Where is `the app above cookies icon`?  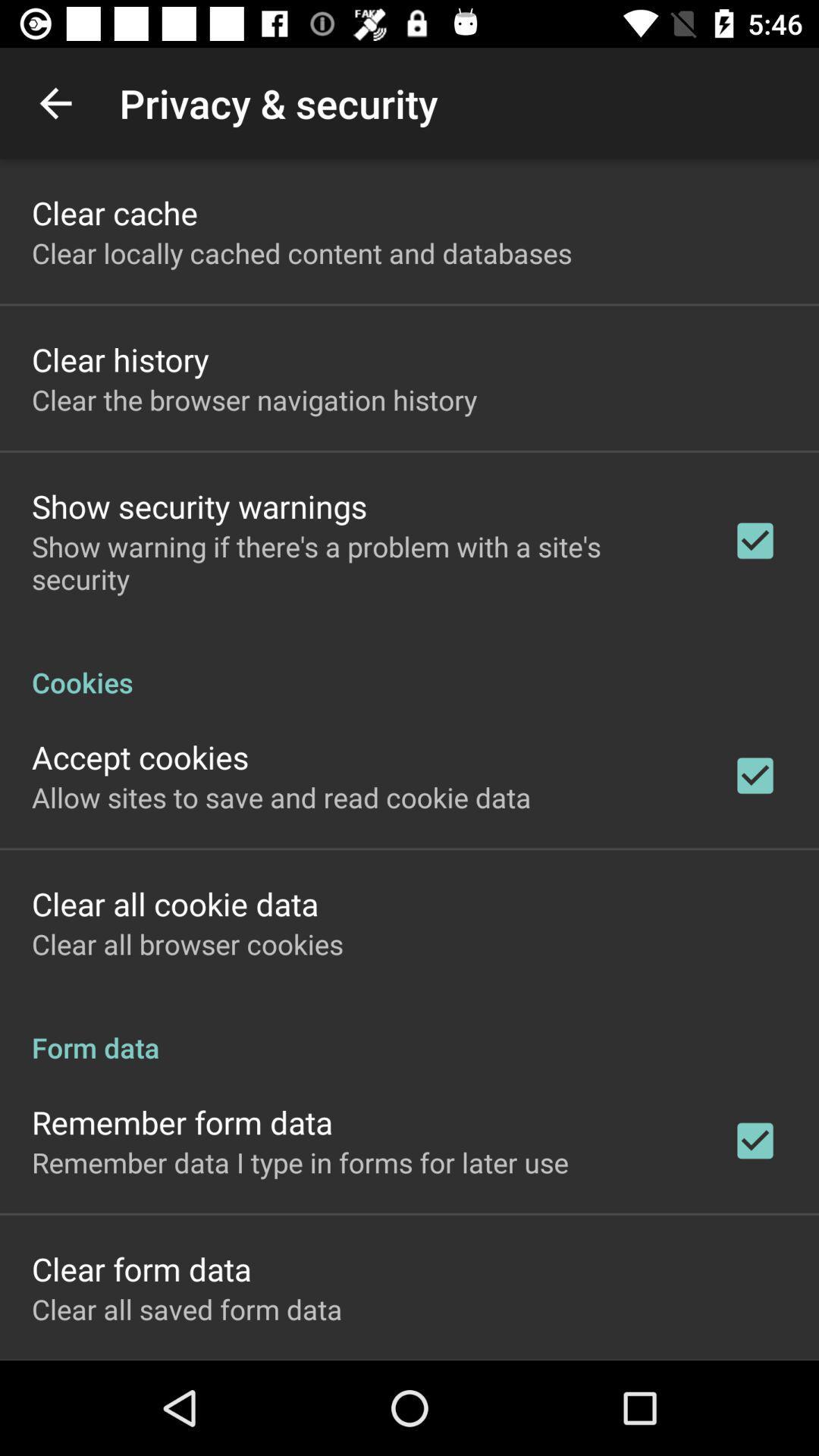
the app above cookies icon is located at coordinates (362, 562).